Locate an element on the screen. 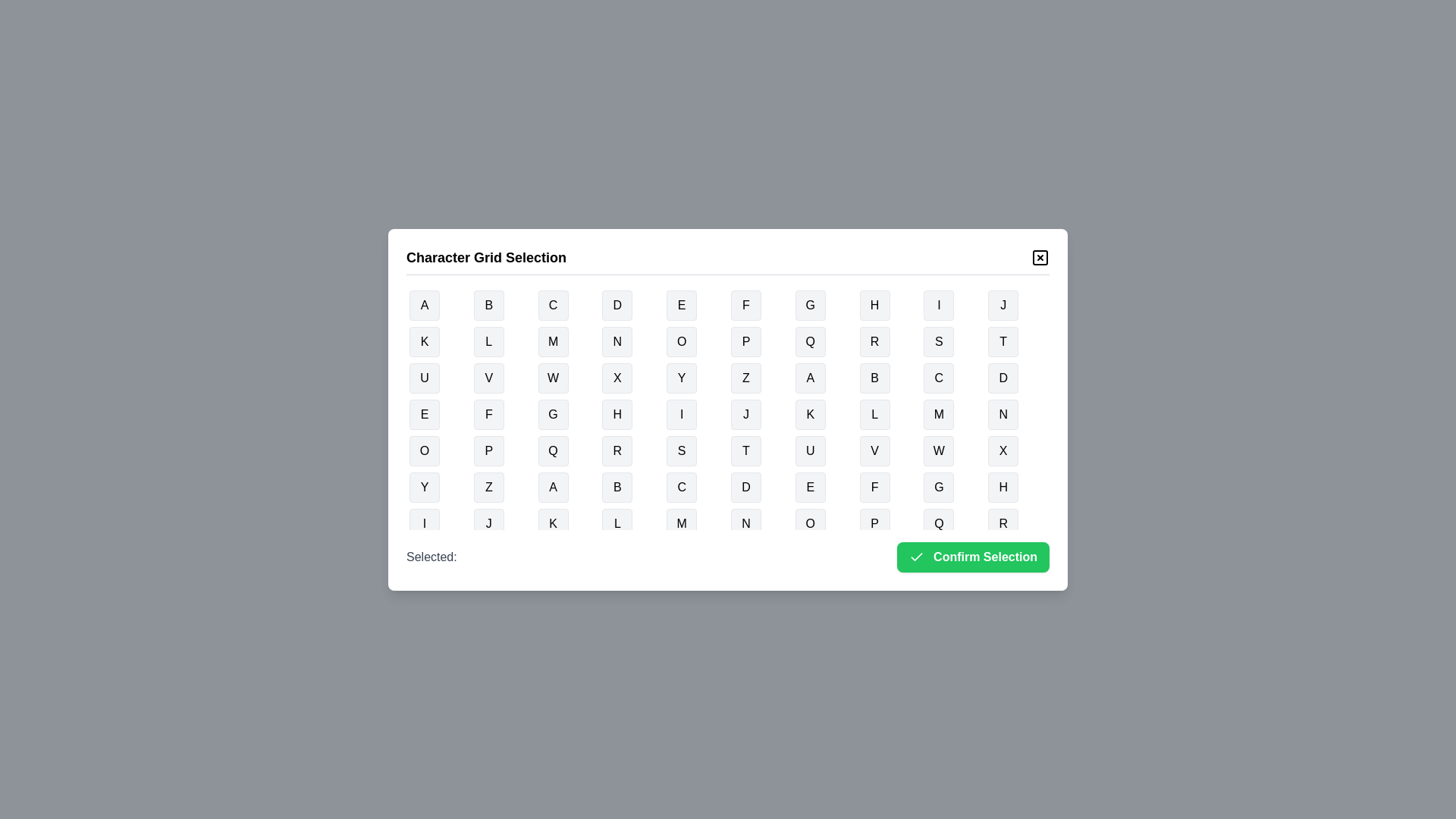 The height and width of the screenshot is (819, 1456). the button representing the character F is located at coordinates (745, 305).